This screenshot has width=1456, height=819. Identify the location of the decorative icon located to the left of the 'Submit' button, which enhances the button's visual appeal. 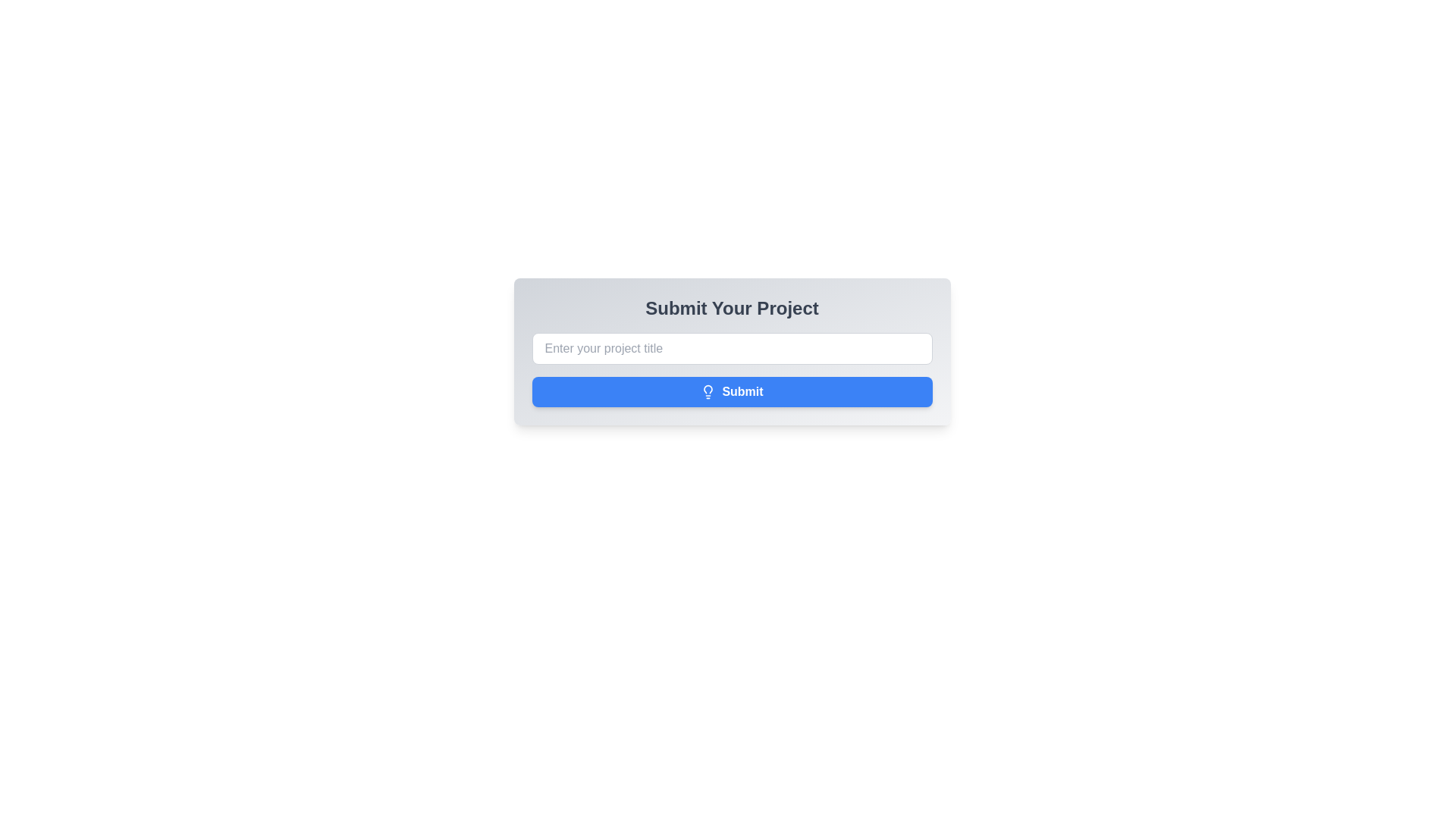
(708, 391).